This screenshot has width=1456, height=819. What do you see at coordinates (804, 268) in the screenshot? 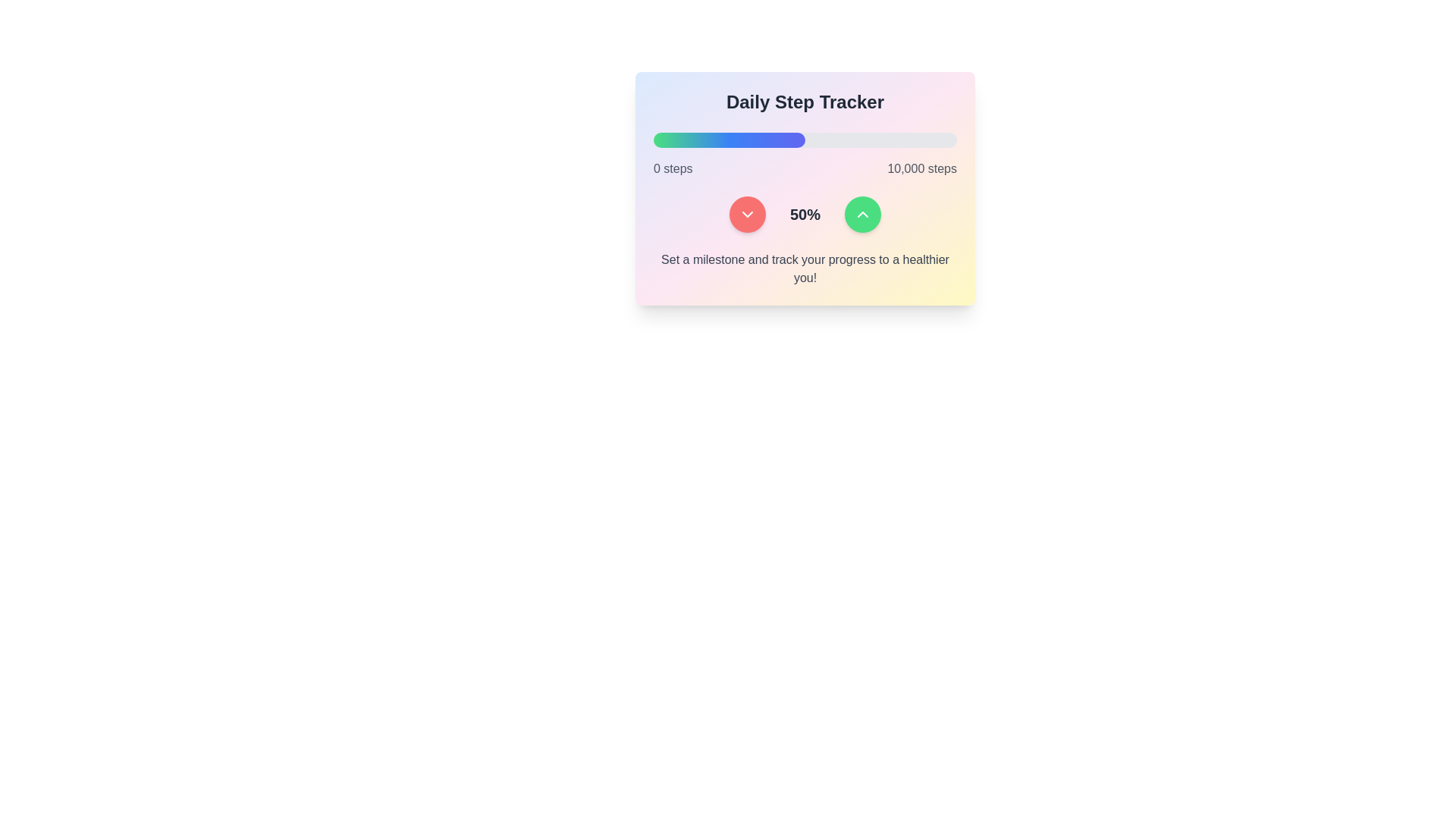
I see `the descriptive message encouraging the user to set a goal and monitor their health-related progress located at the bottom of the 'Daily Step Tracker' card` at bounding box center [804, 268].